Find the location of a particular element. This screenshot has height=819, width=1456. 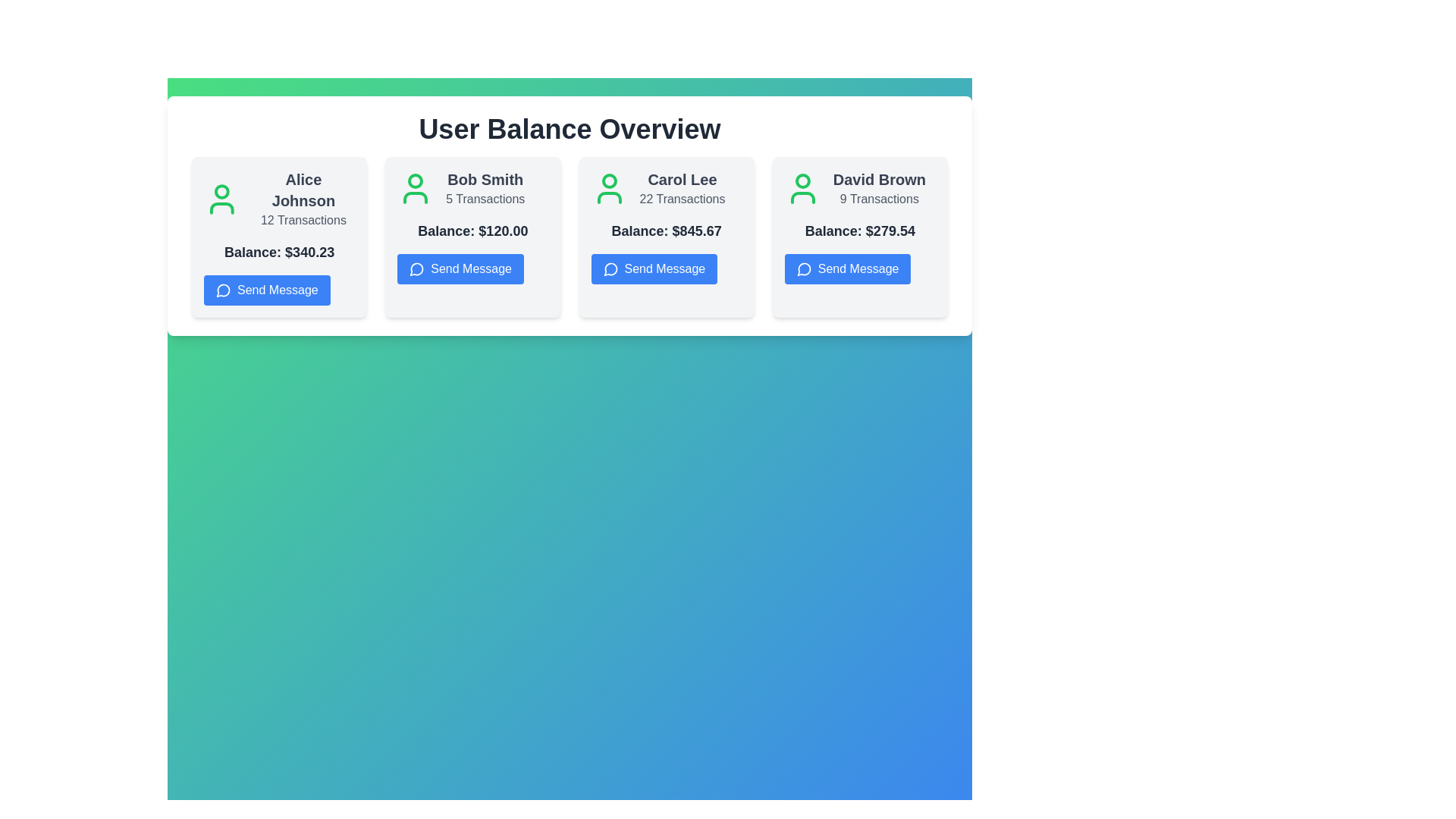

the Text label displaying the user's balance, which is located beneath the user's name ('Bob Smith') and transaction count ('5 Transactions') within the second user profile card is located at coordinates (472, 231).